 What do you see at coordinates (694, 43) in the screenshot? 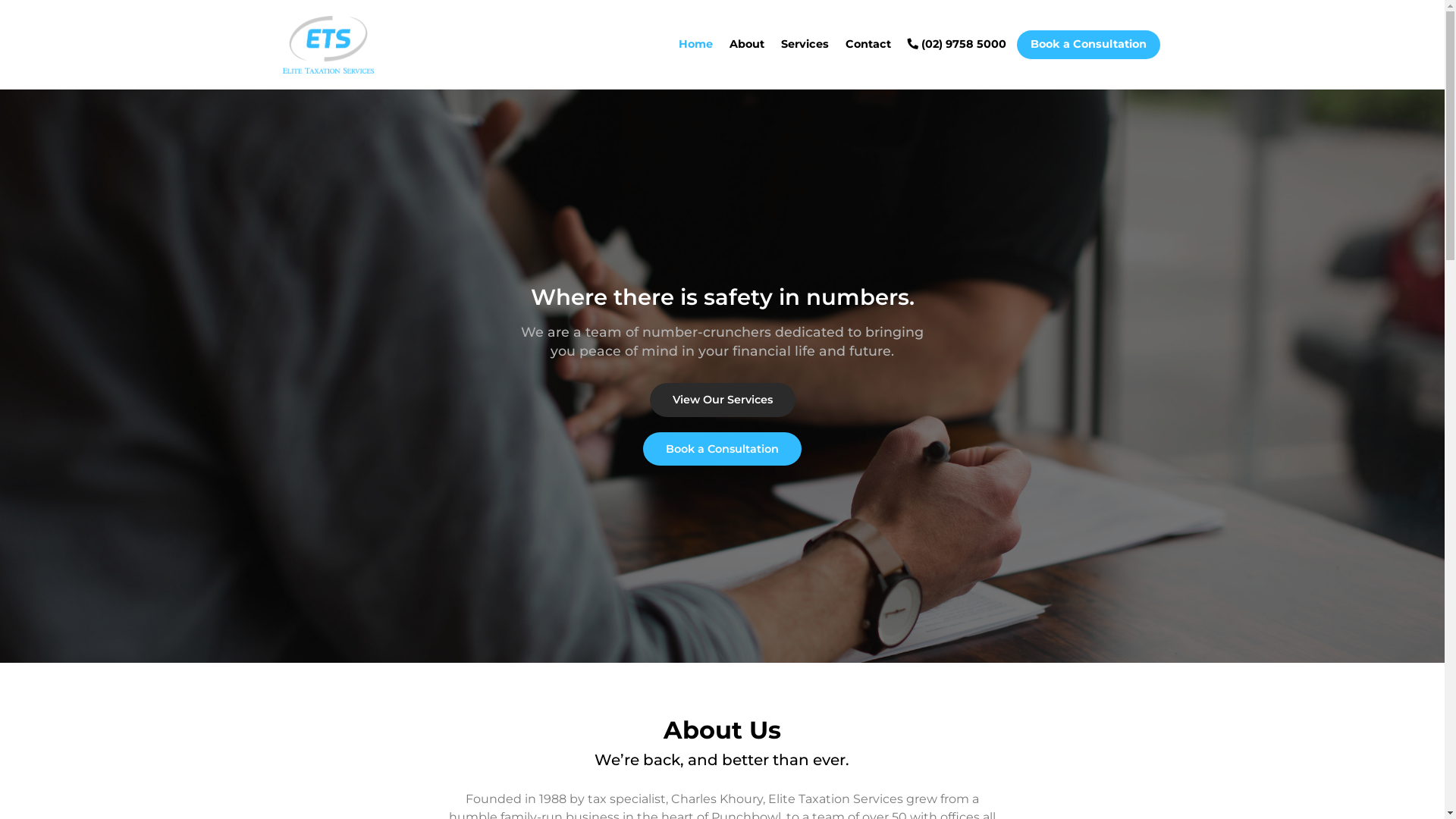
I see `'Home'` at bounding box center [694, 43].